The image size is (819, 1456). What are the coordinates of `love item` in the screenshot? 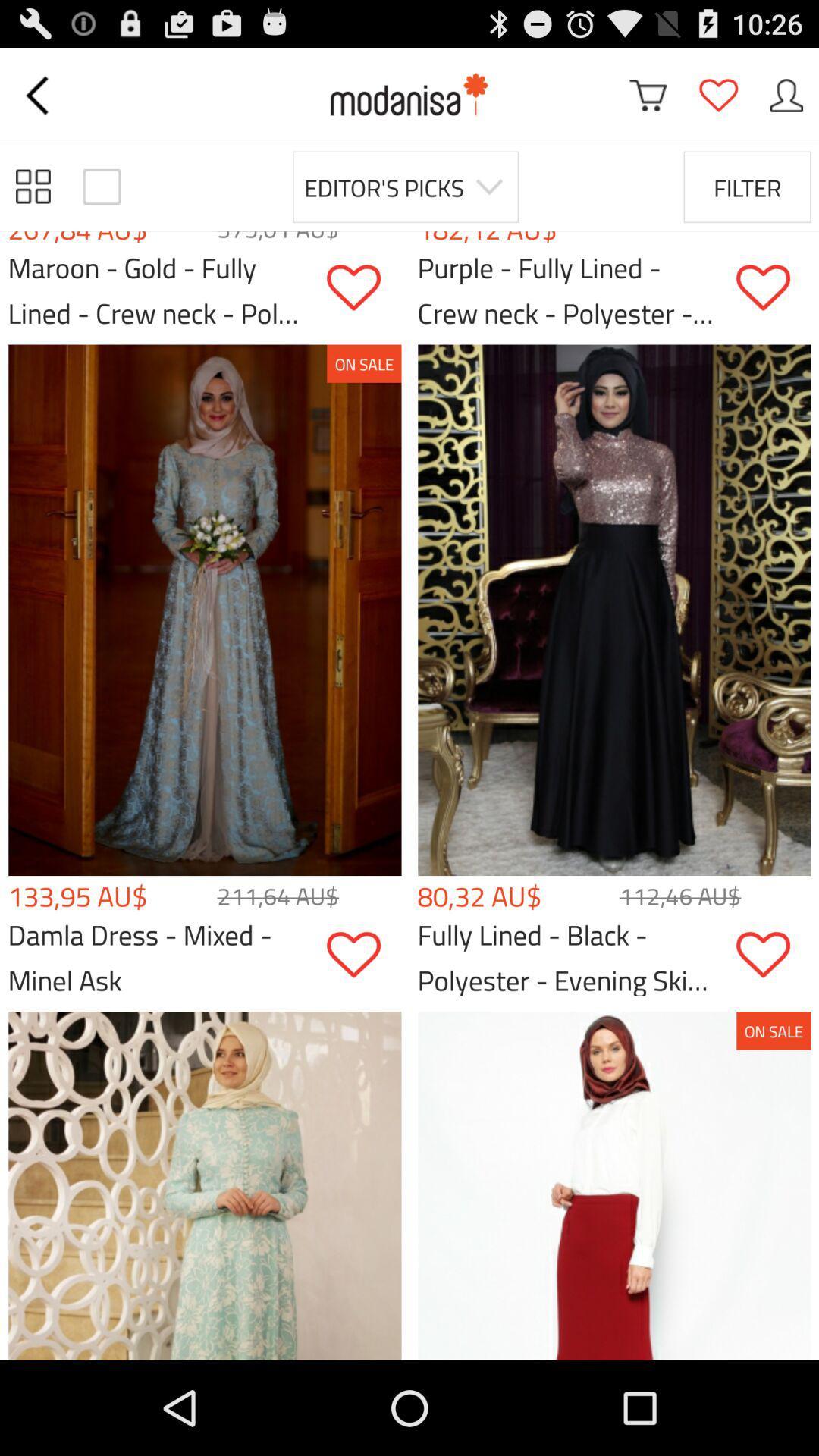 It's located at (773, 954).